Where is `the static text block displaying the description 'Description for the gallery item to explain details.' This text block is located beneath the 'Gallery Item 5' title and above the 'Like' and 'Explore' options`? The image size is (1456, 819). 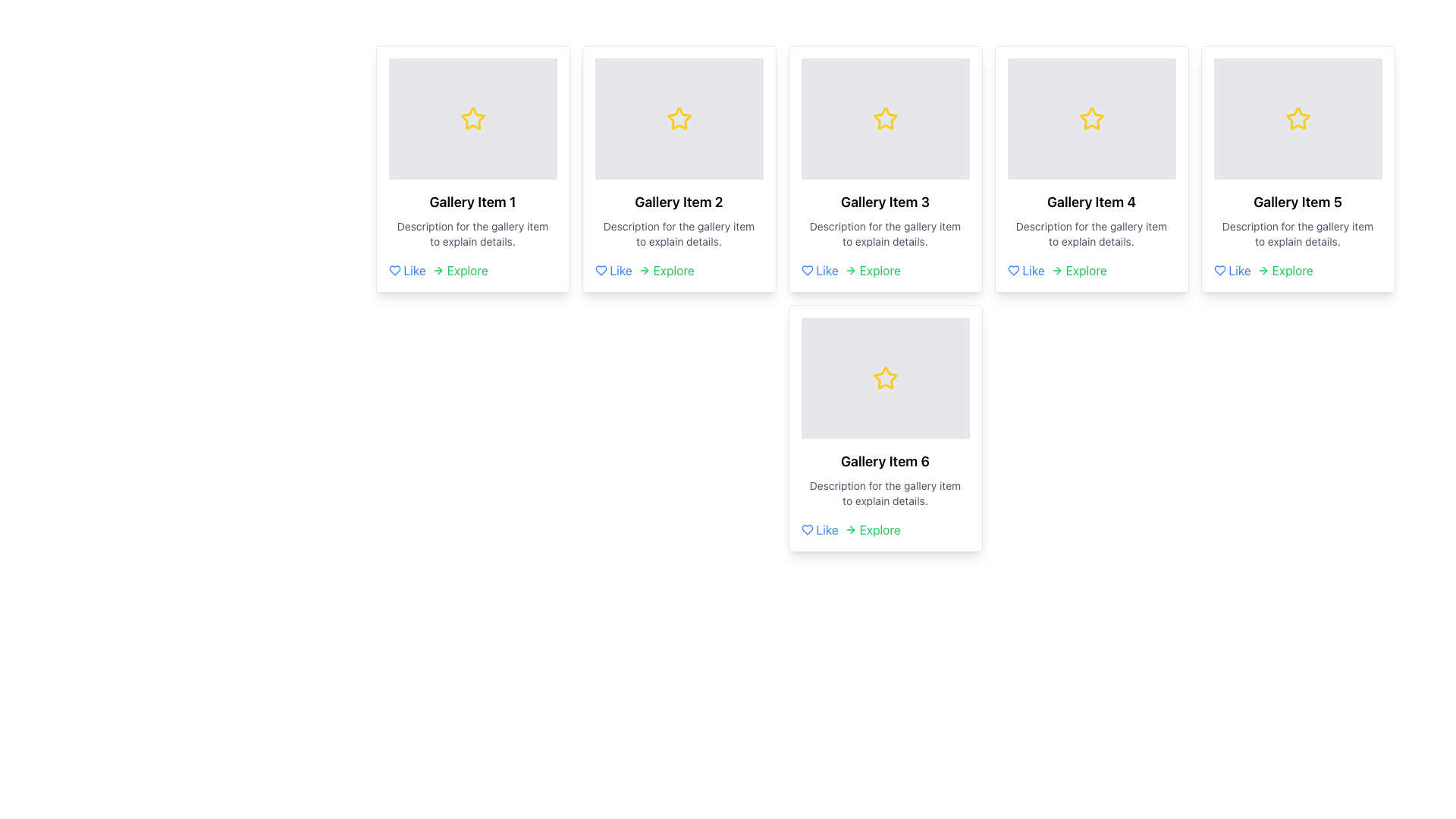 the static text block displaying the description 'Description for the gallery item to explain details.' This text block is located beneath the 'Gallery Item 5' title and above the 'Like' and 'Explore' options is located at coordinates (1297, 234).